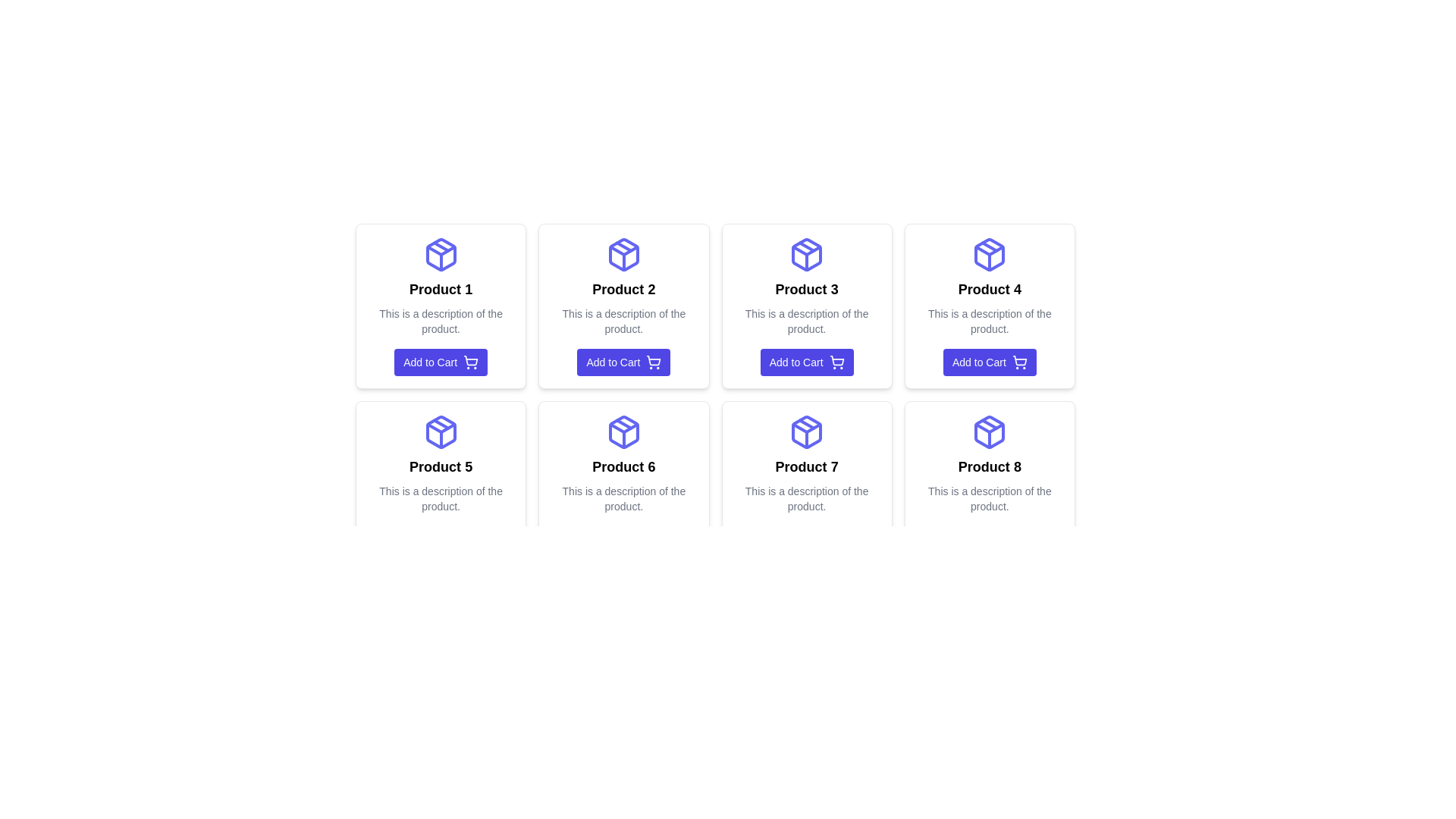 The height and width of the screenshot is (819, 1456). I want to click on the button located at the bottom of the 'Product 3' card, so click(806, 362).